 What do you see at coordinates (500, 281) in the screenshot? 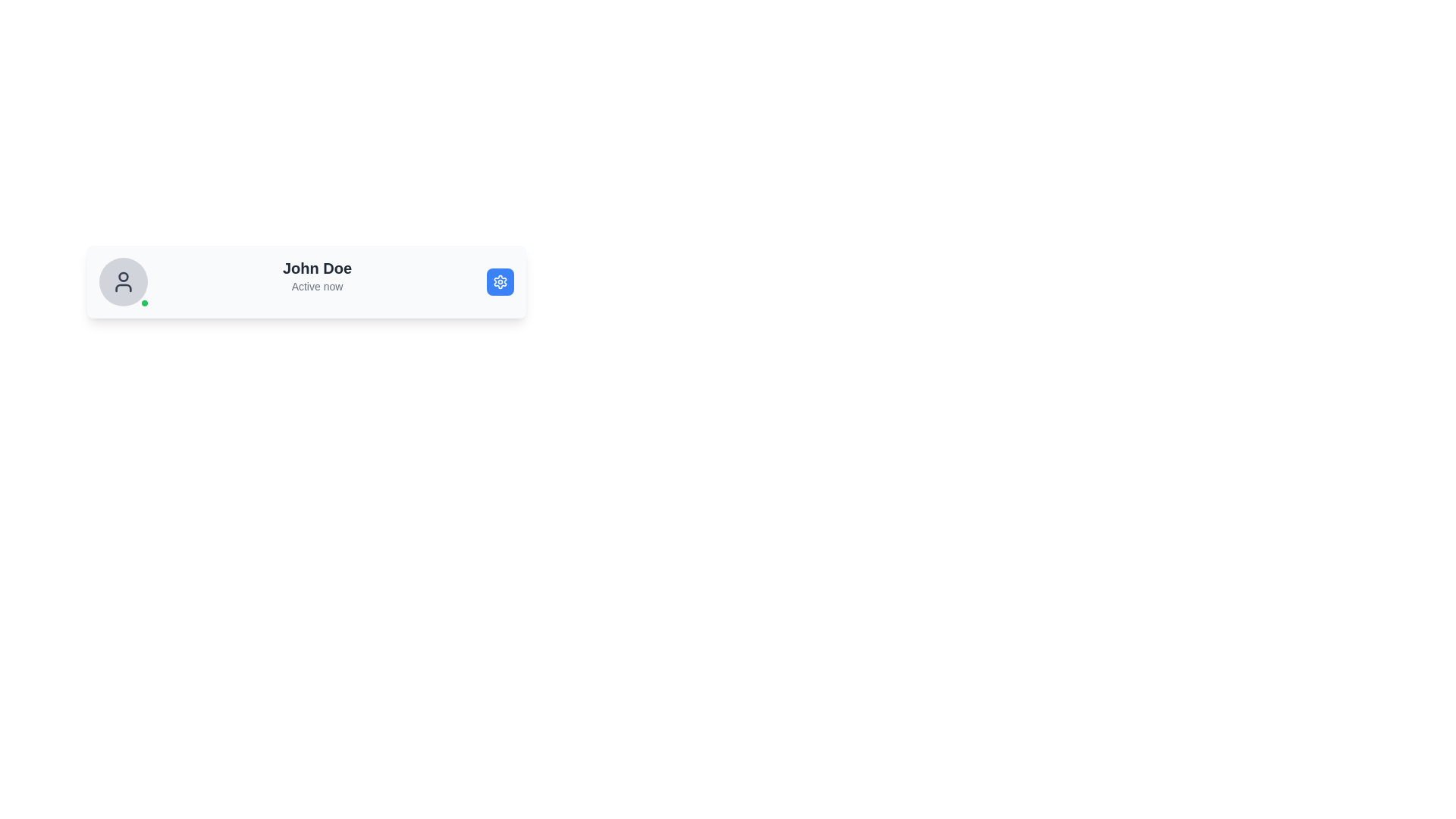
I see `the button located at the far right end of the component, which opens the settings menu or configuration panel` at bounding box center [500, 281].